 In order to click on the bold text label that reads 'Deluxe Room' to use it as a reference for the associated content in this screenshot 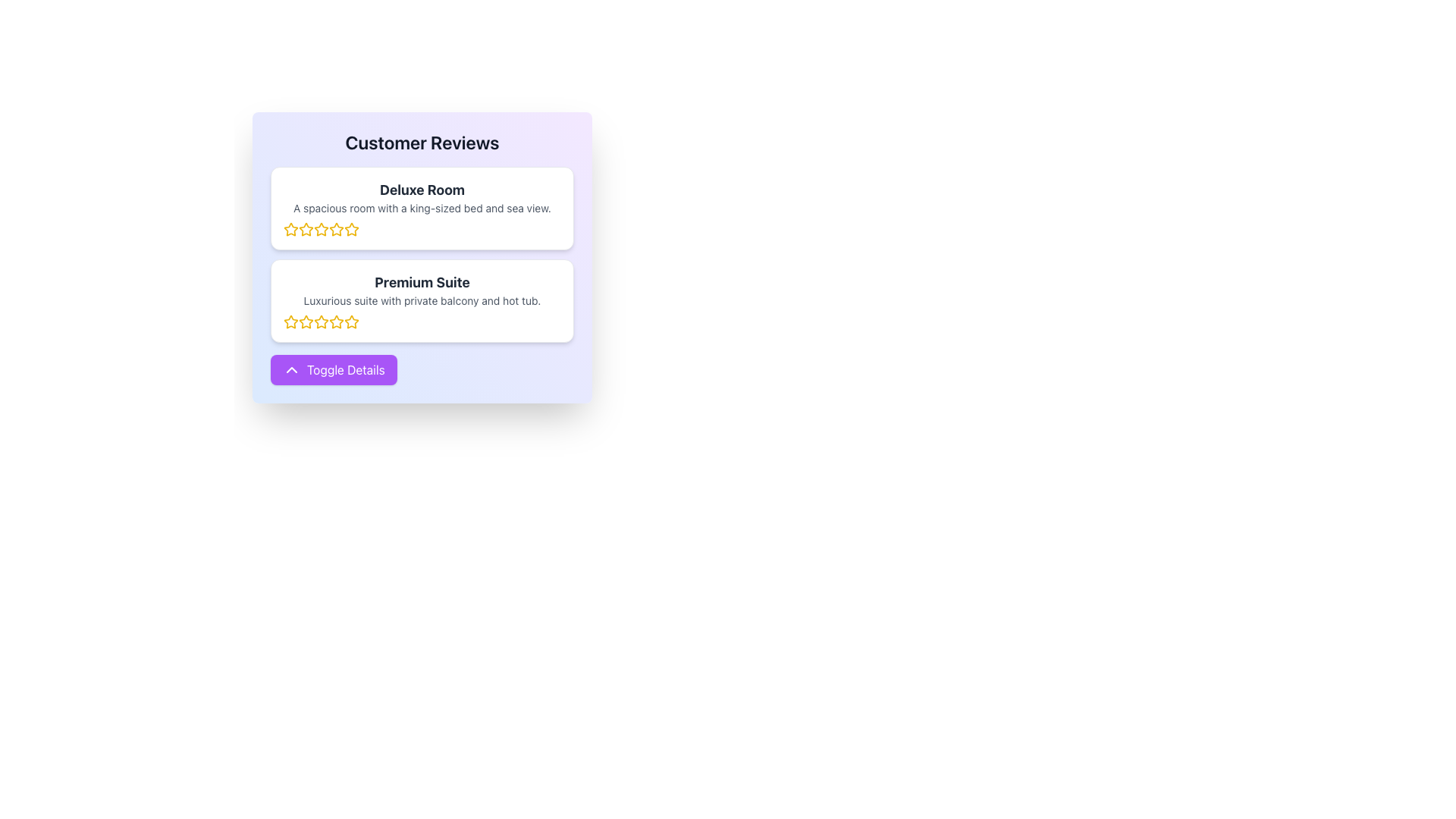, I will do `click(422, 189)`.